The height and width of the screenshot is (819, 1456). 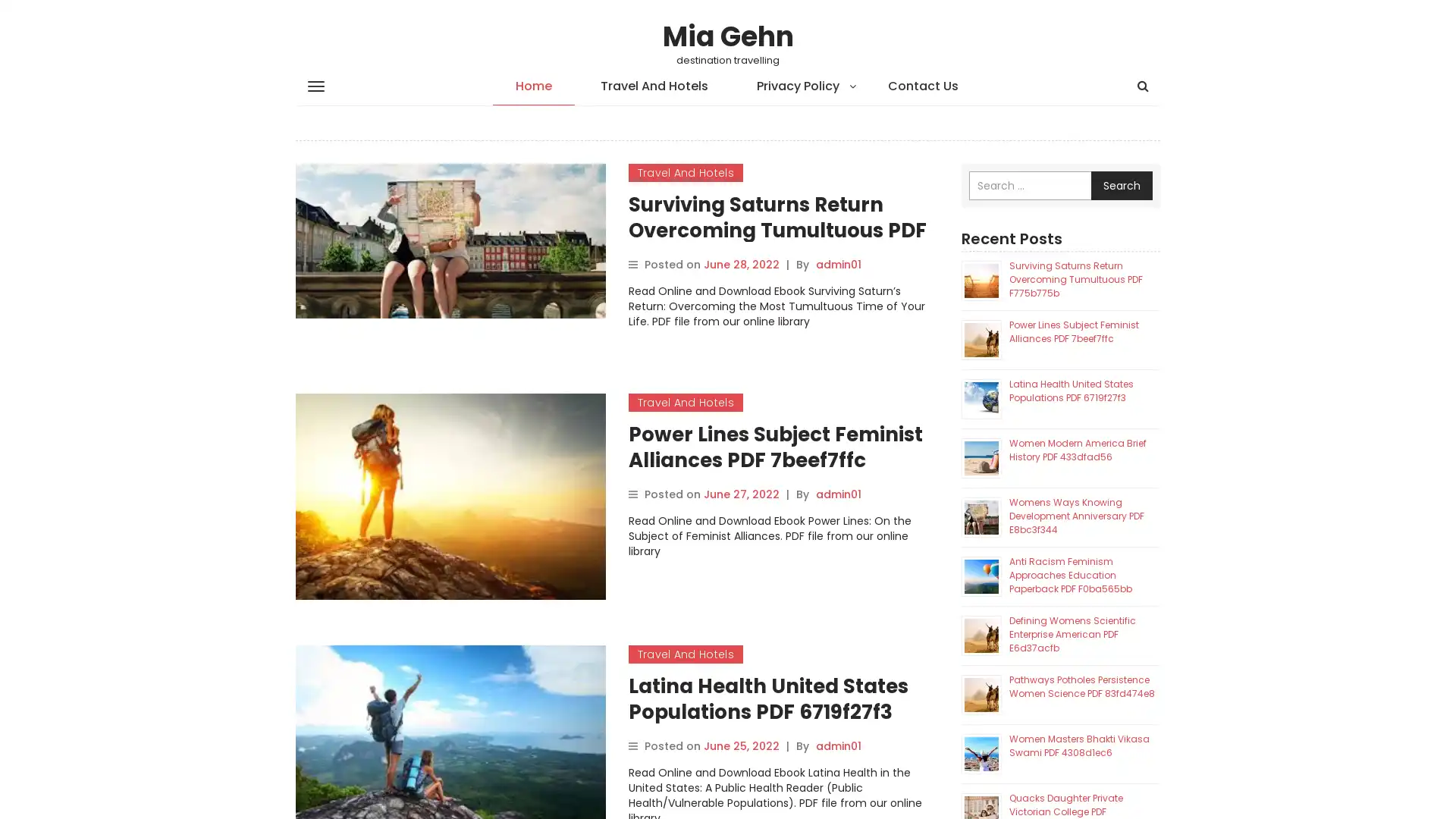 I want to click on Search, so click(x=1122, y=185).